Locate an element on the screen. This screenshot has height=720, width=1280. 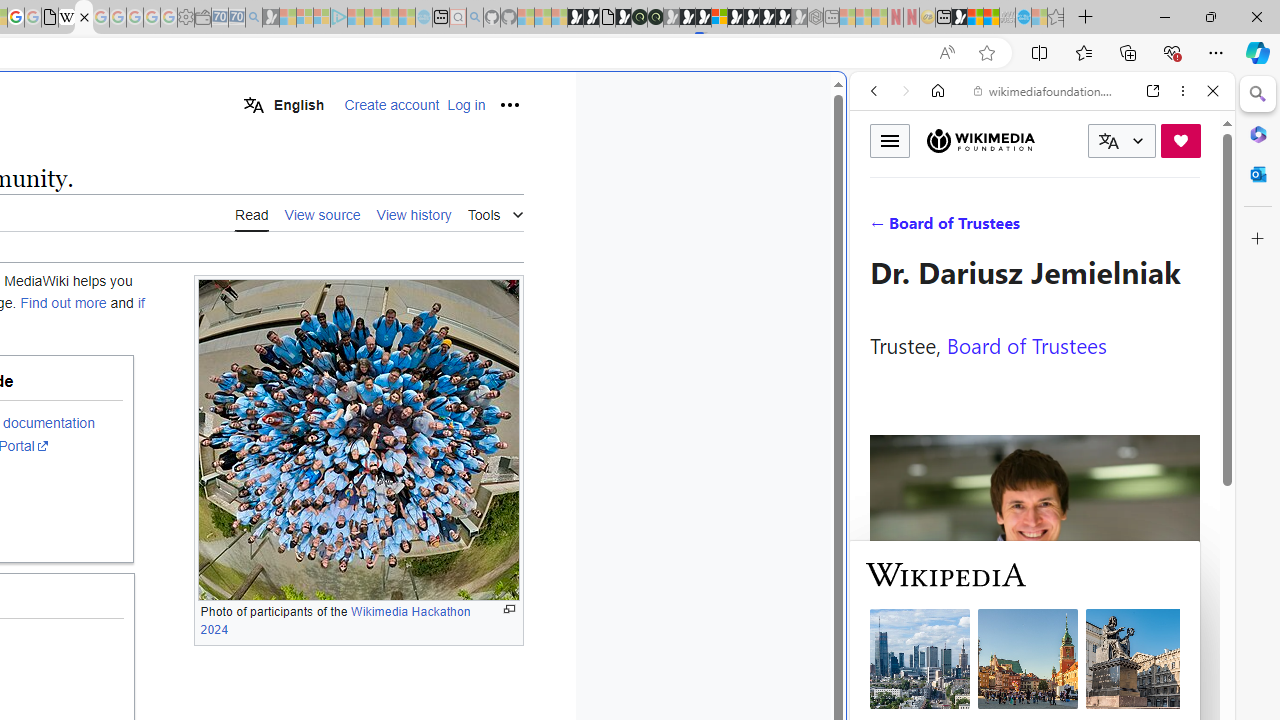
'Board of Trustees' is located at coordinates (1026, 343).